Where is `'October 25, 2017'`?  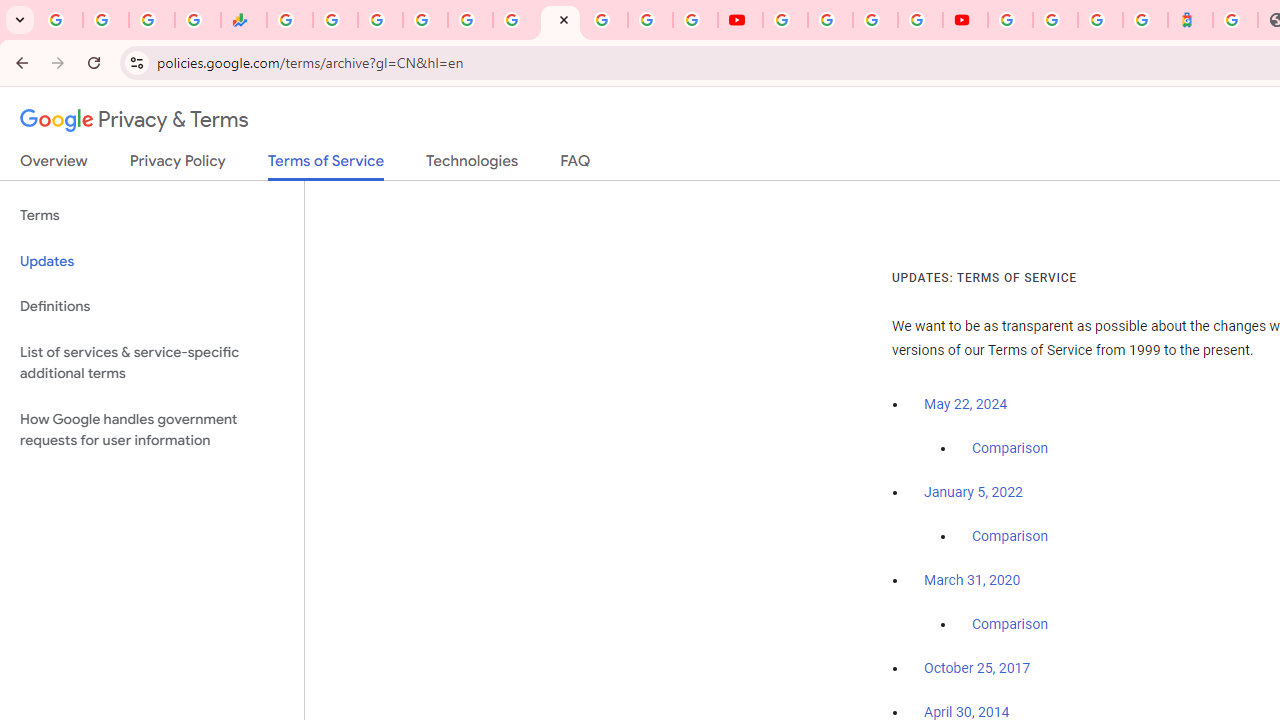 'October 25, 2017' is located at coordinates (977, 669).